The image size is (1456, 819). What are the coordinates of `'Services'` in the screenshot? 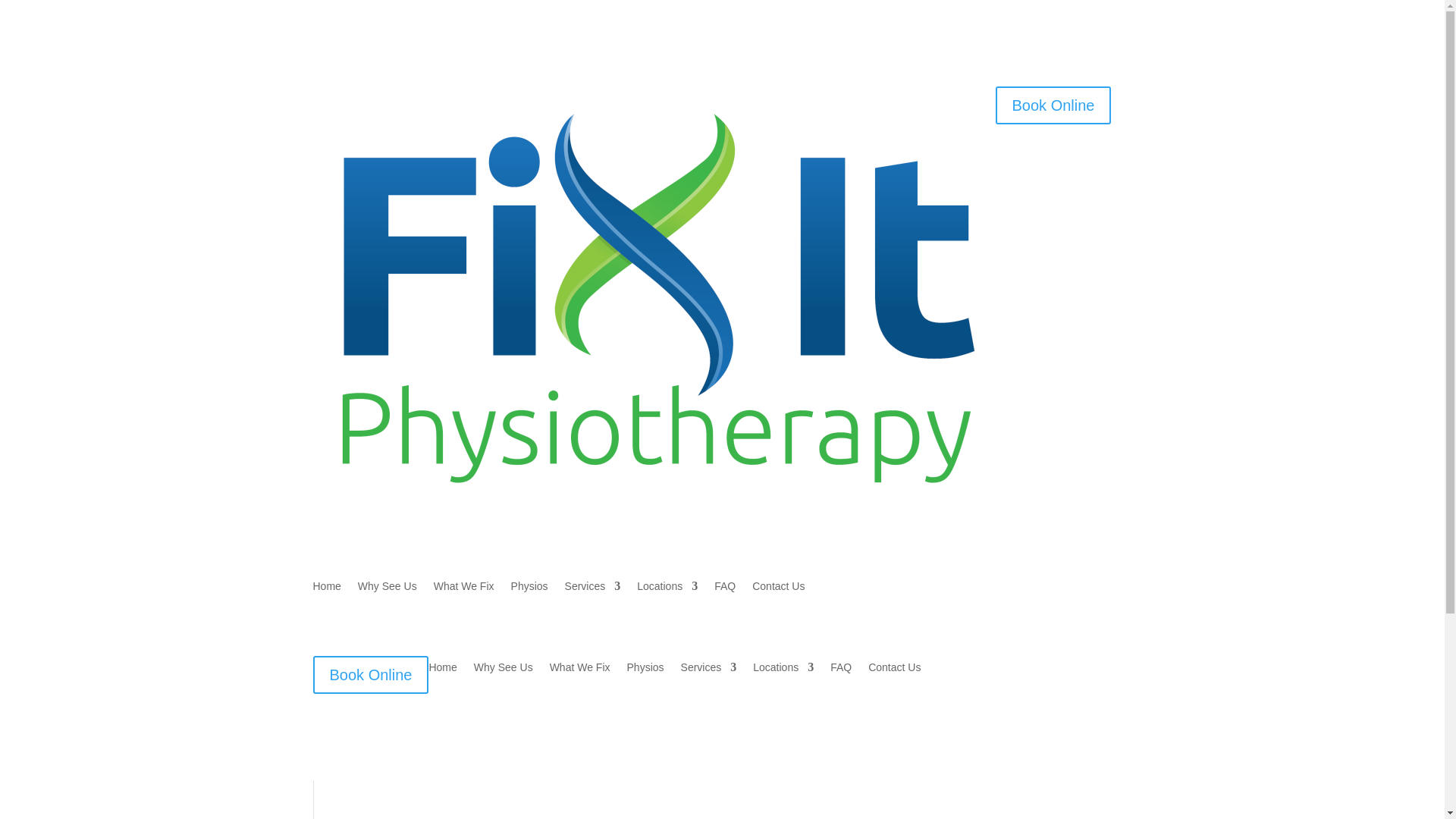 It's located at (592, 588).